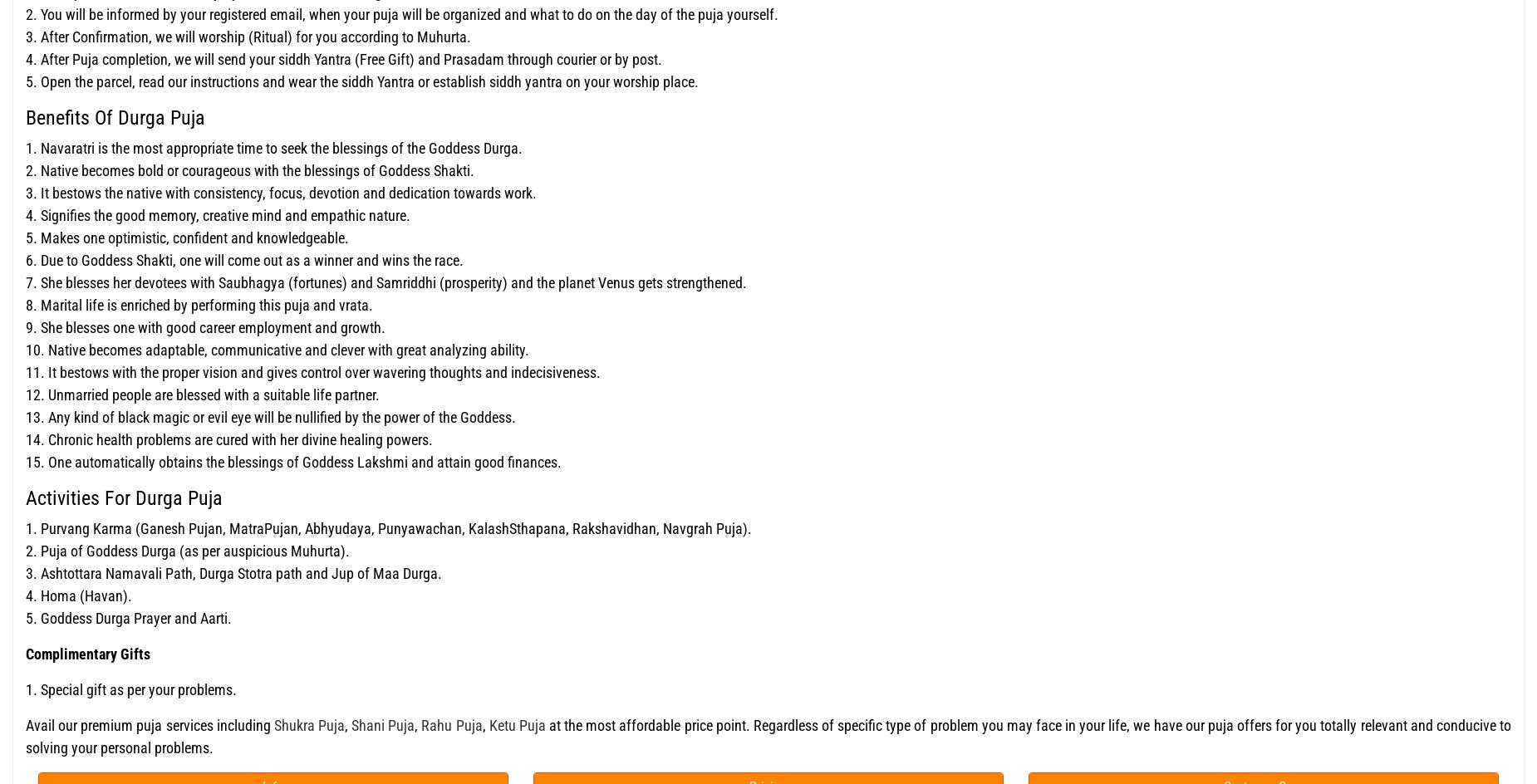 The width and height of the screenshot is (1537, 784). Describe the element at coordinates (233, 571) in the screenshot. I see `'3. Ashtottara Namavali Path, Durga Stotra path and Jup of Maa Durga.'` at that location.